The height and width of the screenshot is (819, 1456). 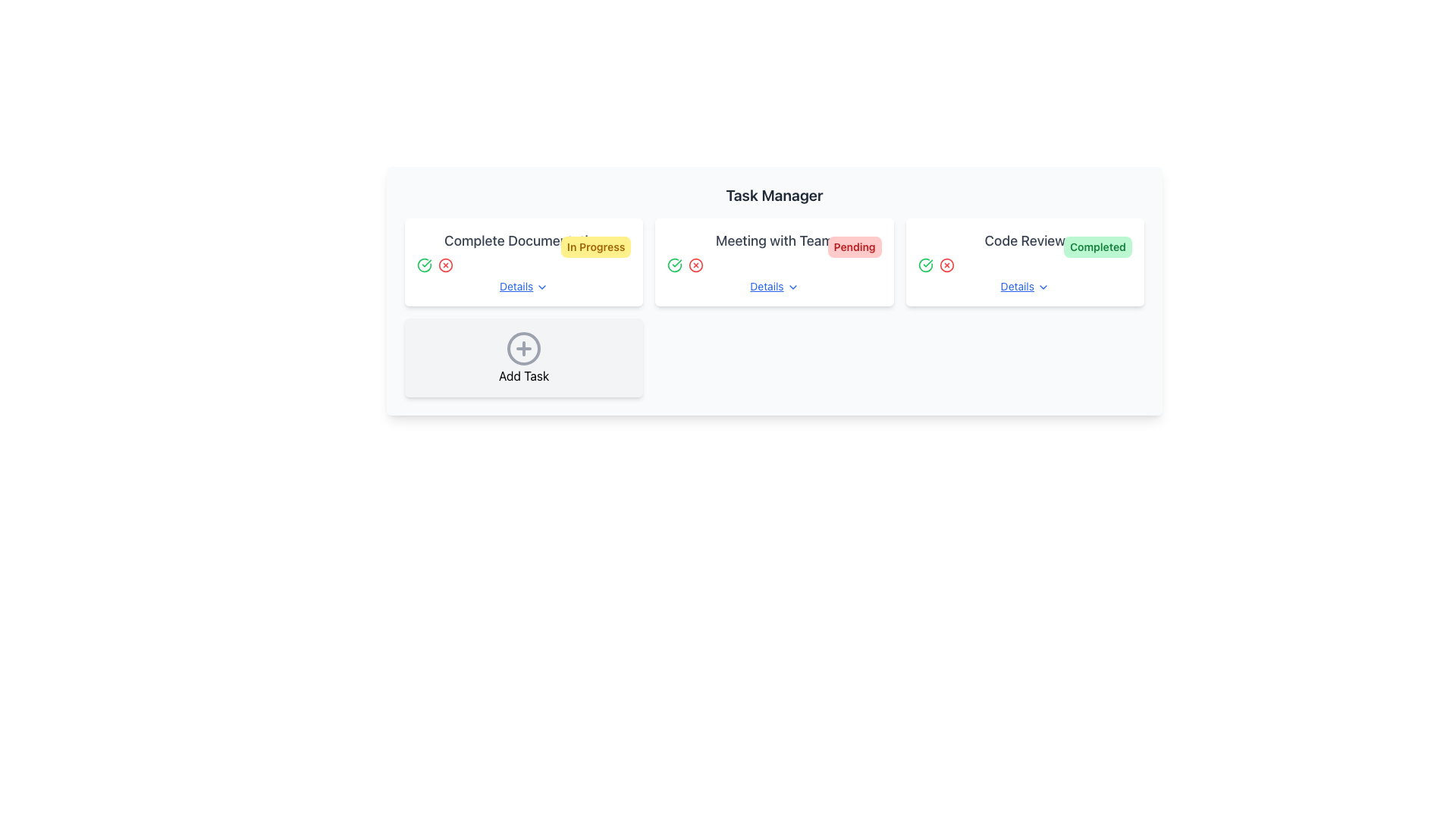 I want to click on the circular red outlined button with an internal red cross, resembling a close sign, located in the top-left section of the 'Meeting with Team' card, so click(x=695, y=265).